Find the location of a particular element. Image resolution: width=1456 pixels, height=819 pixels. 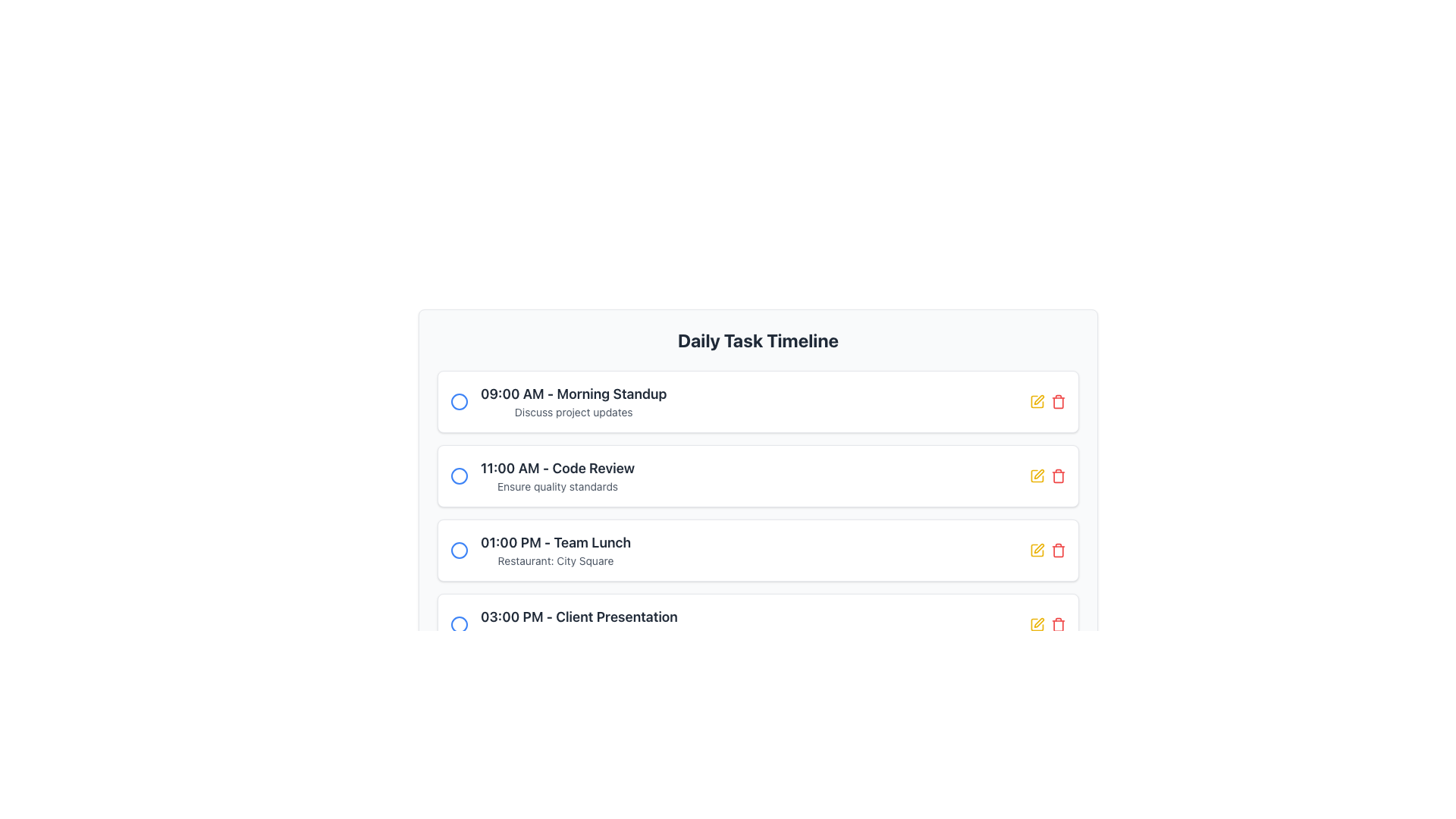

the text label providing details about the event '01:00 PM - Team Lunch', which is the second line of text in this entry is located at coordinates (555, 561).